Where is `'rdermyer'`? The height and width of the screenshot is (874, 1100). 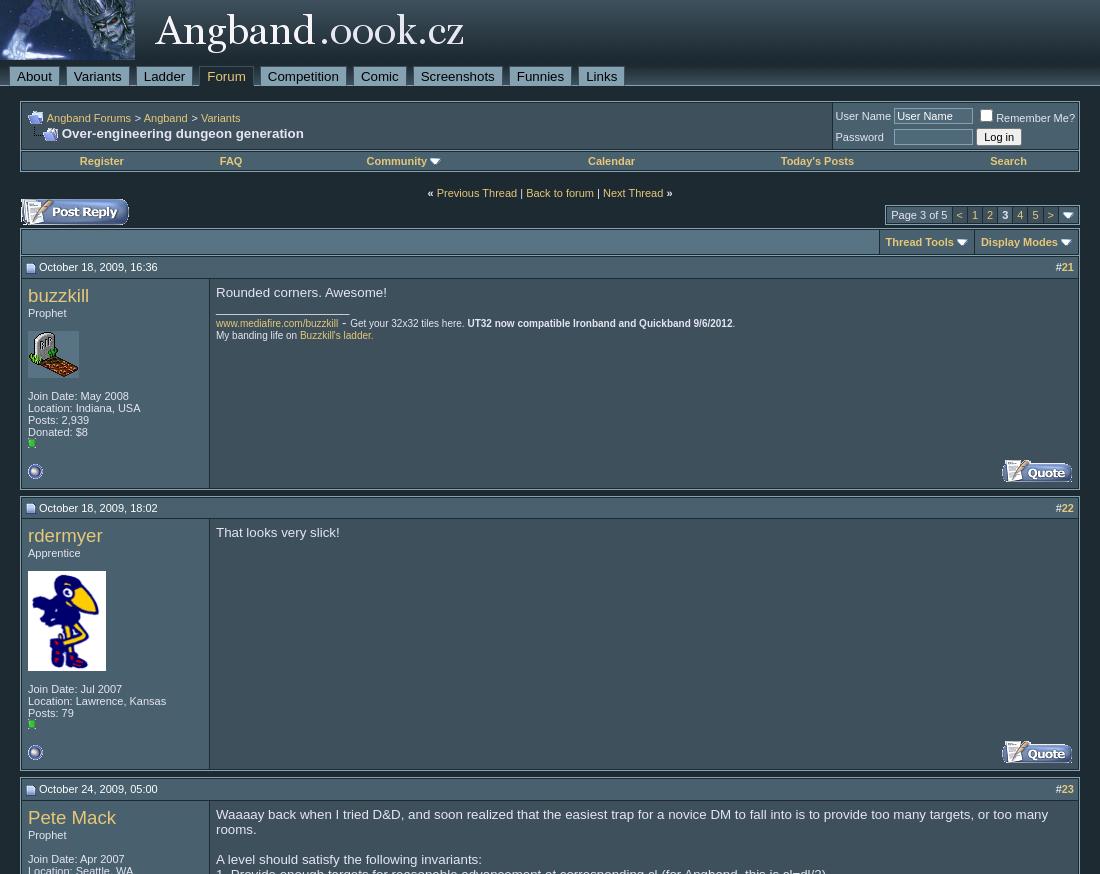
'rdermyer' is located at coordinates (64, 535).